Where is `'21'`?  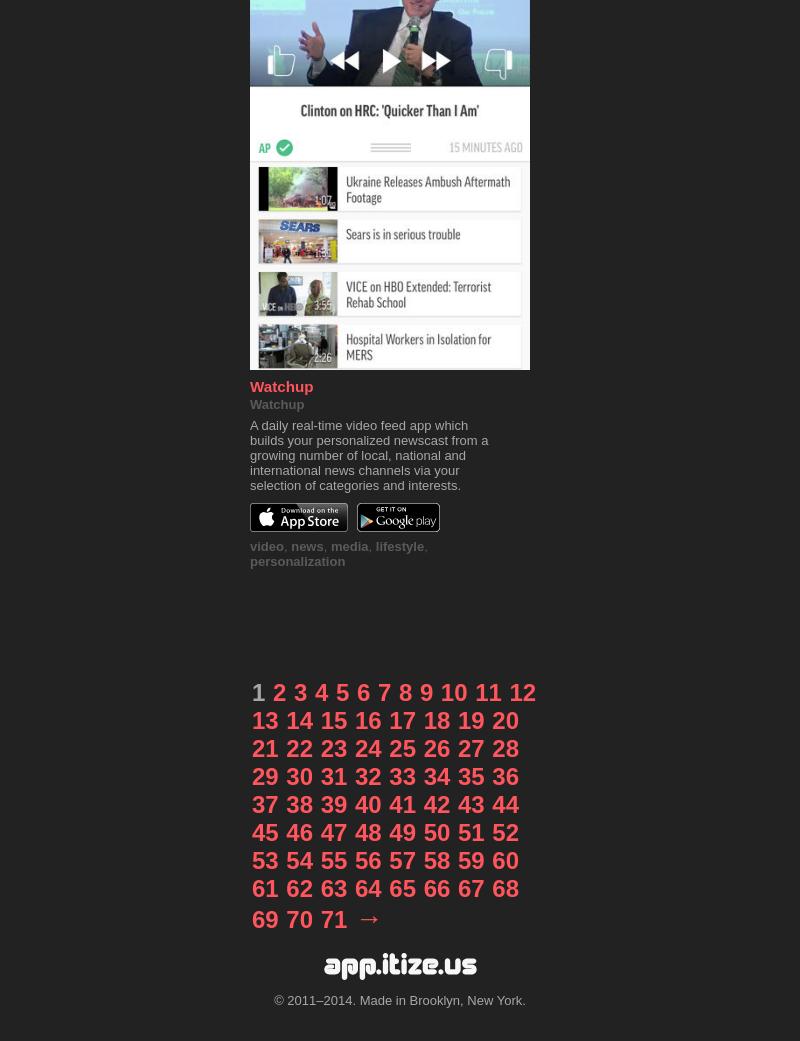 '21' is located at coordinates (263, 748).